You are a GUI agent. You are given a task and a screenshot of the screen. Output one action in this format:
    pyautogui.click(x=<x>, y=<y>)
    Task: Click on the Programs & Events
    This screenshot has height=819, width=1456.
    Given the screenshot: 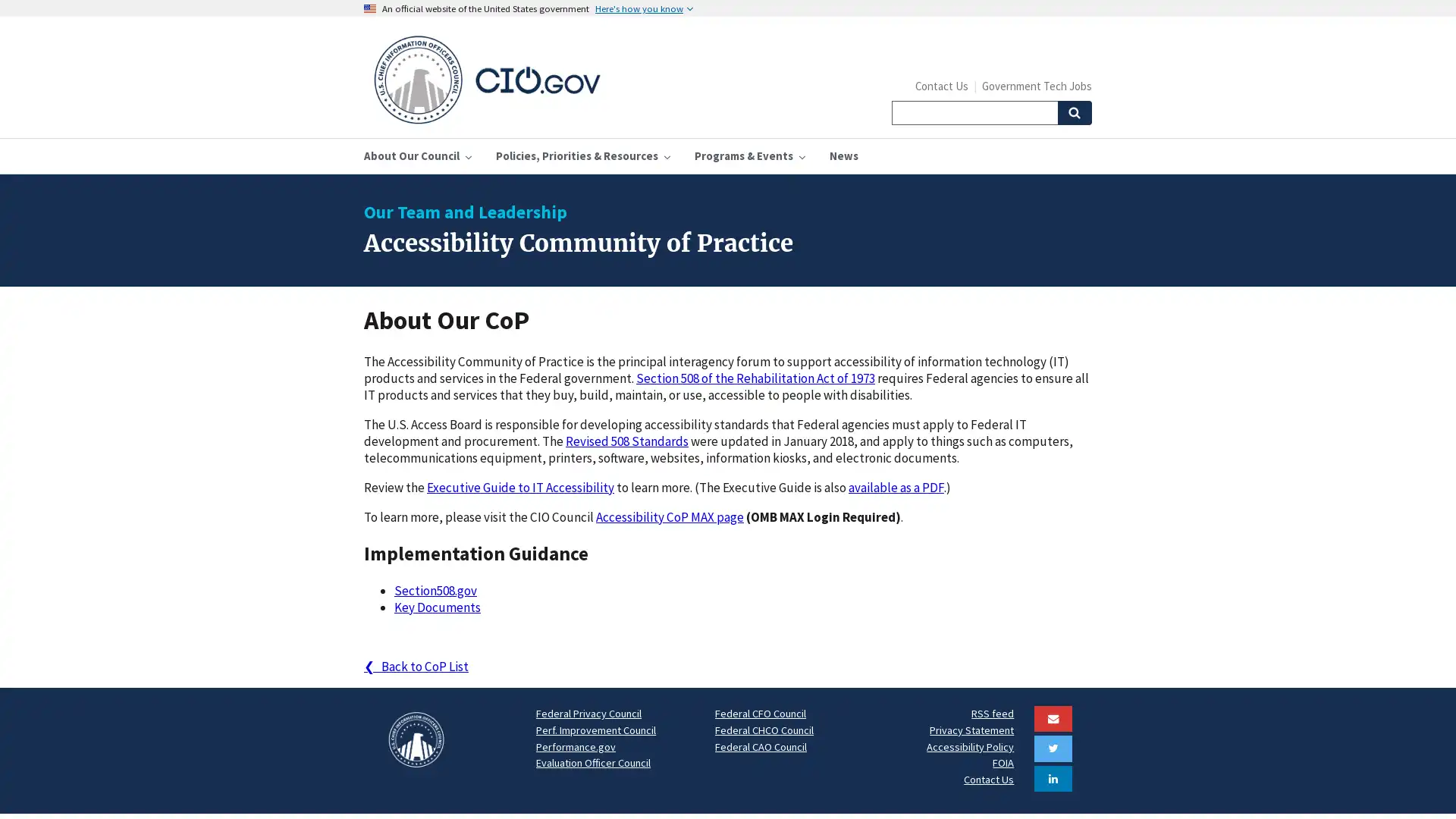 What is the action you would take?
    pyautogui.click(x=749, y=155)
    